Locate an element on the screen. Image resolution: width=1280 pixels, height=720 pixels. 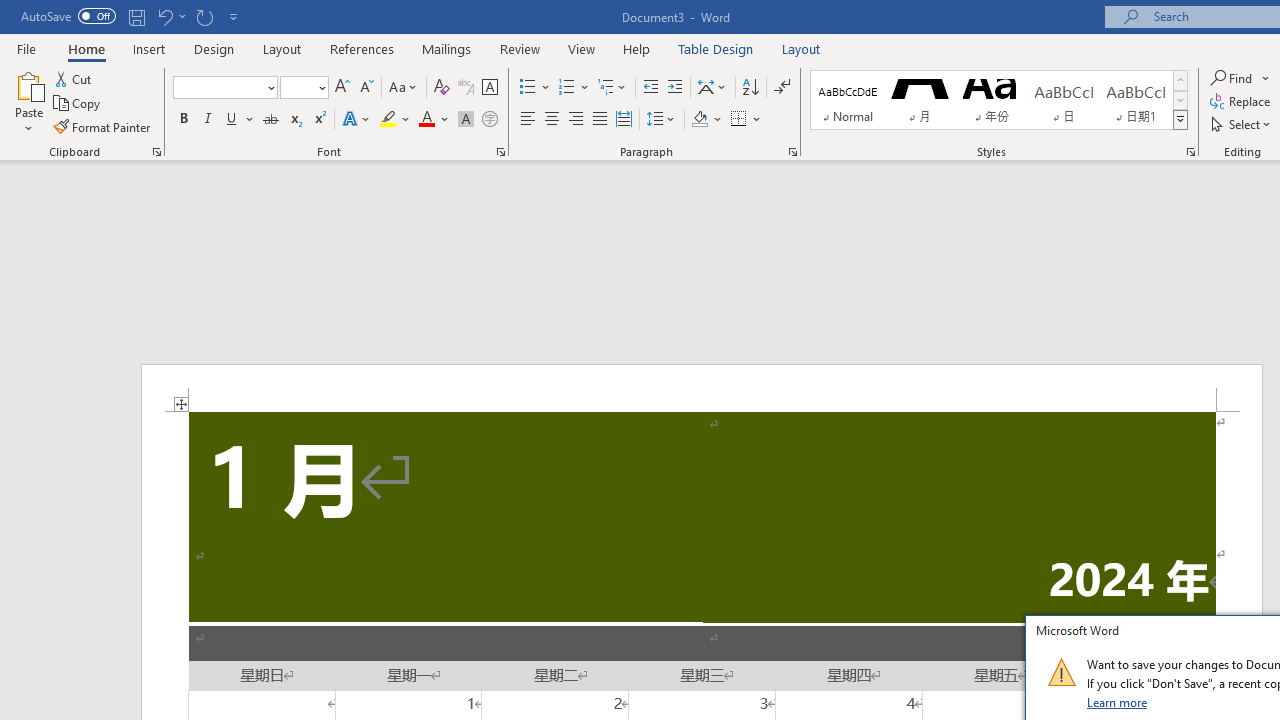
'Bold' is located at coordinates (183, 119).